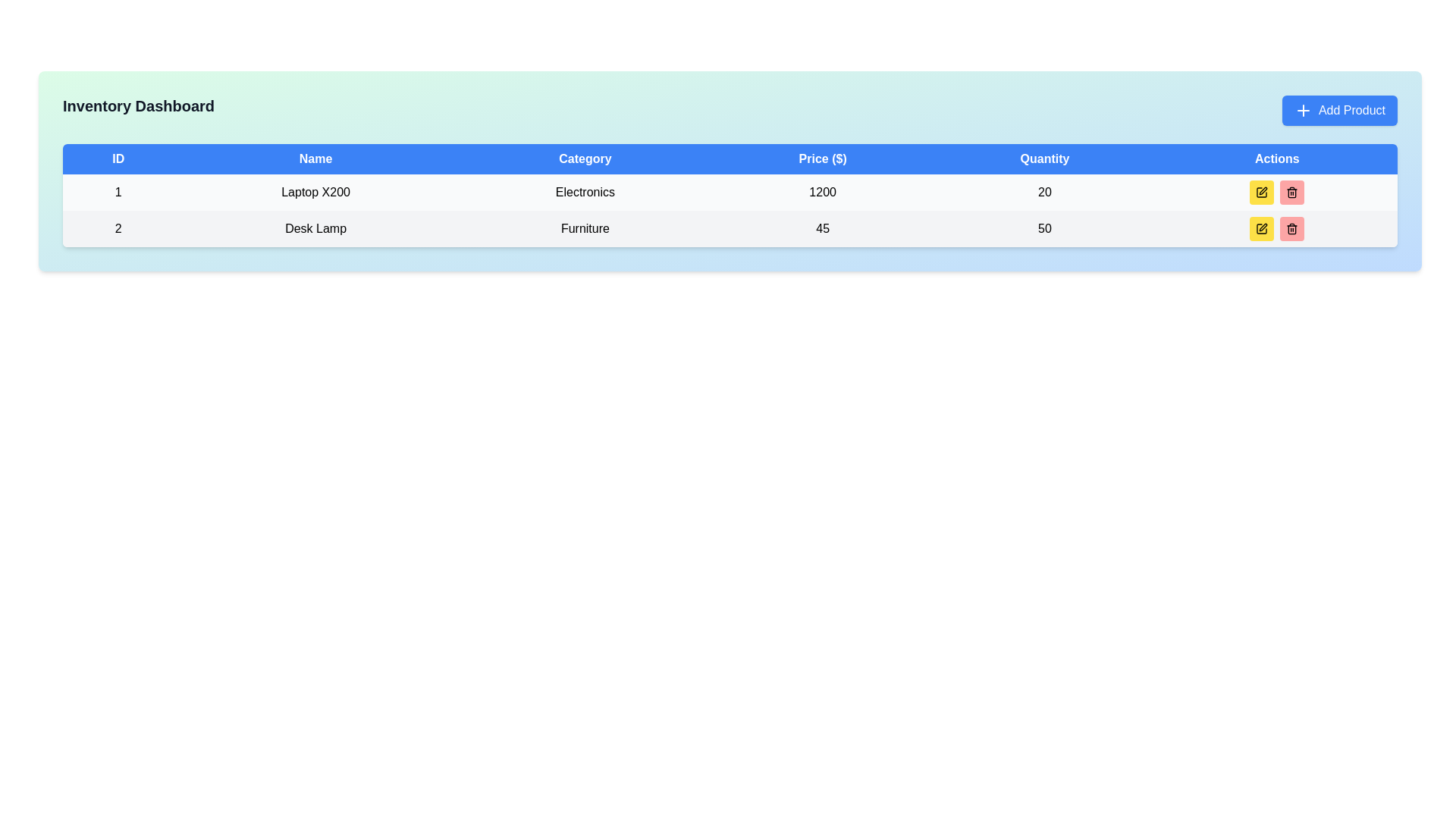 The image size is (1456, 819). Describe the element at coordinates (1262, 192) in the screenshot. I see `the pen icon within the square with rounded corners in the actions column of the second row in the product table` at that location.